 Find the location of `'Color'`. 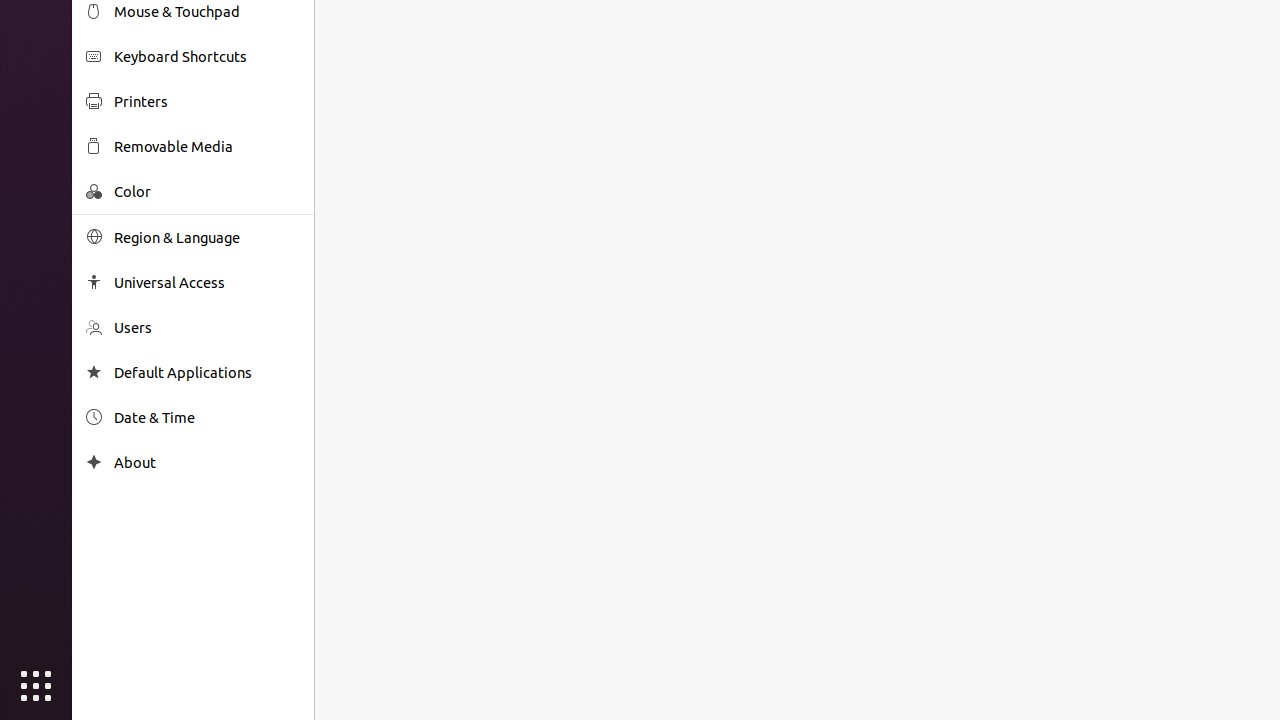

'Color' is located at coordinates (206, 191).